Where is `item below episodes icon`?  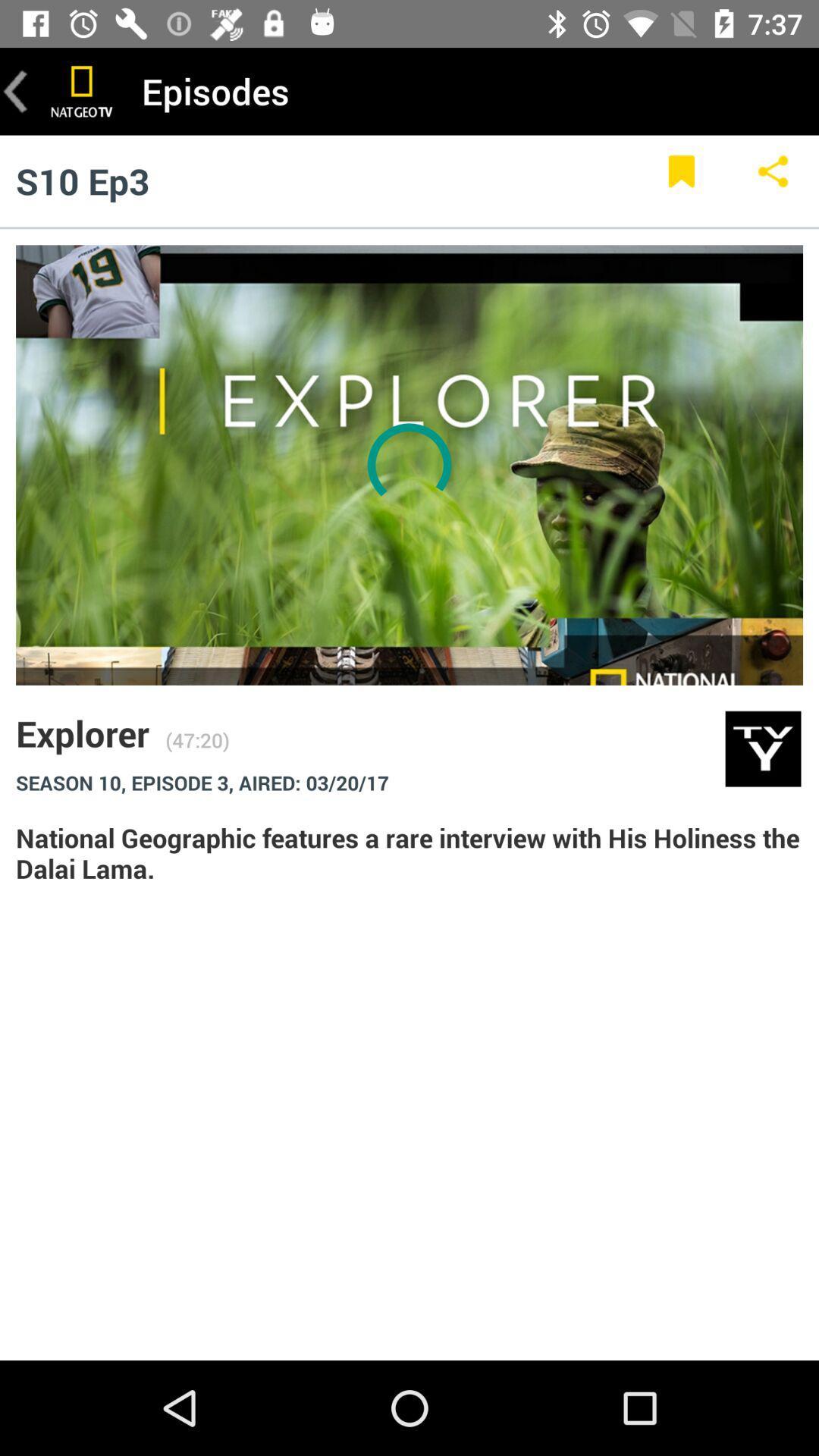
item below episodes icon is located at coordinates (773, 180).